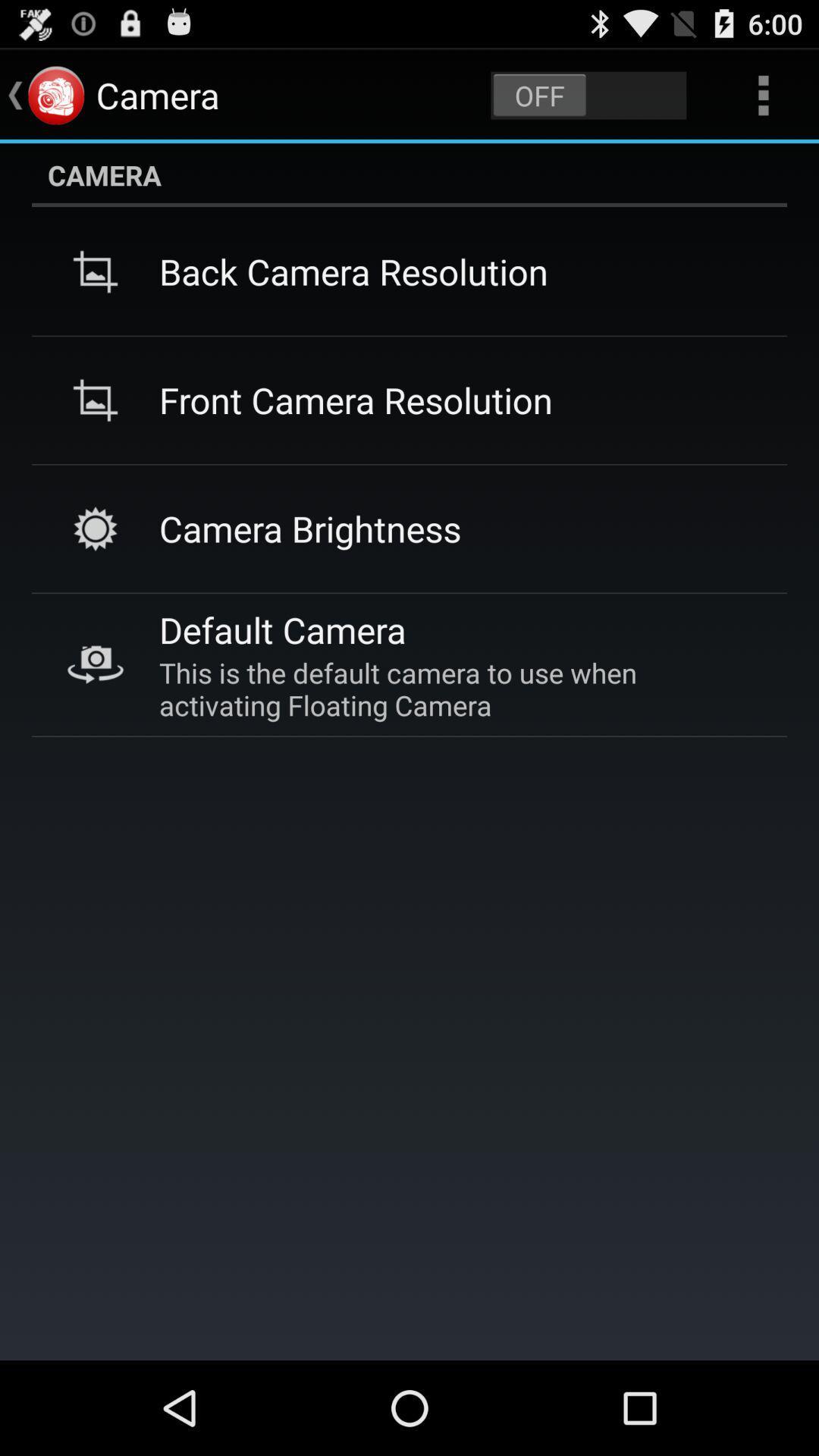 Image resolution: width=819 pixels, height=1456 pixels. I want to click on item above the camera, so click(588, 94).